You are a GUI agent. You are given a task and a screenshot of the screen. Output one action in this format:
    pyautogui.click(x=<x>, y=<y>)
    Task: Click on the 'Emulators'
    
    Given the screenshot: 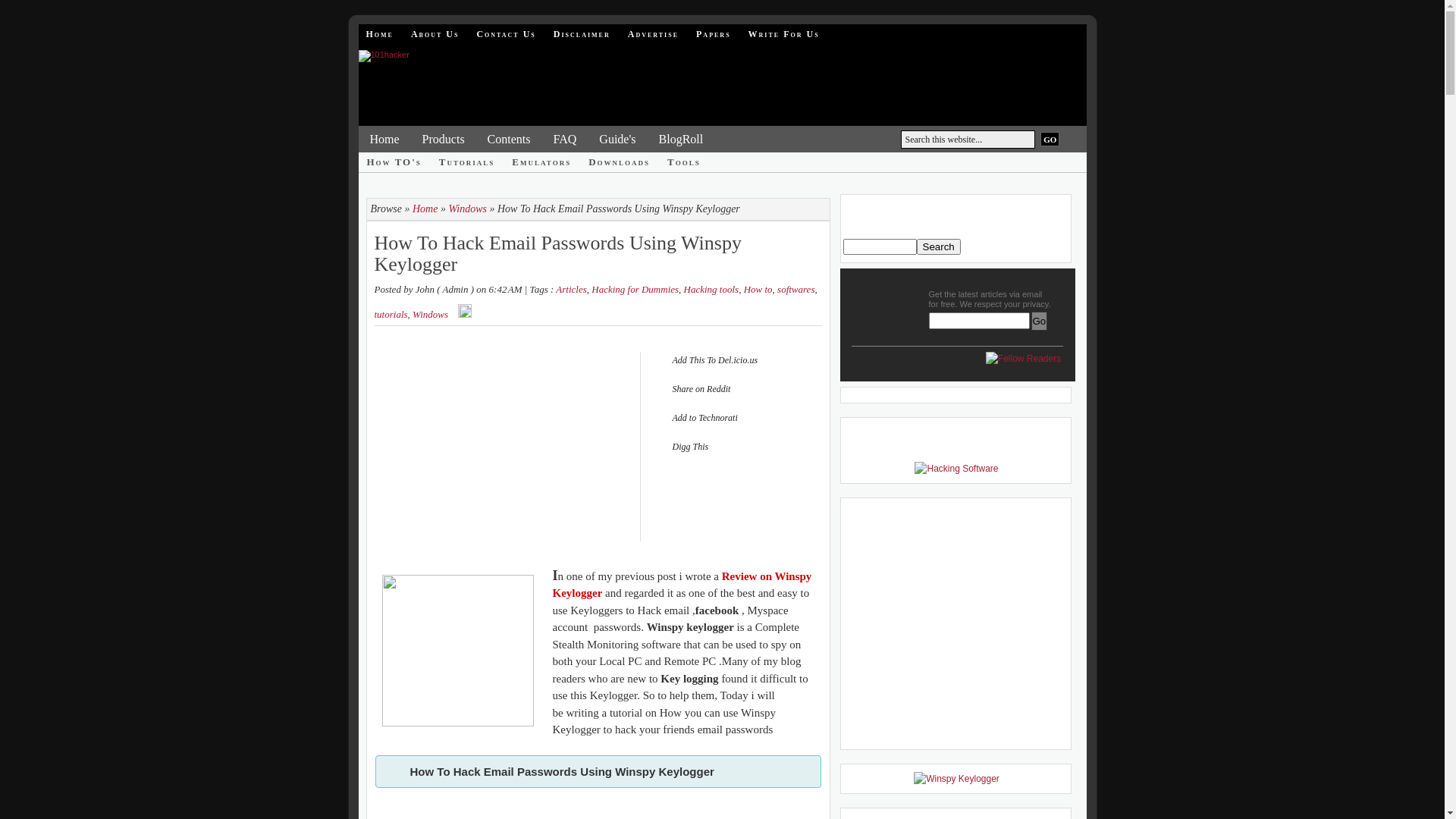 What is the action you would take?
    pyautogui.click(x=541, y=162)
    